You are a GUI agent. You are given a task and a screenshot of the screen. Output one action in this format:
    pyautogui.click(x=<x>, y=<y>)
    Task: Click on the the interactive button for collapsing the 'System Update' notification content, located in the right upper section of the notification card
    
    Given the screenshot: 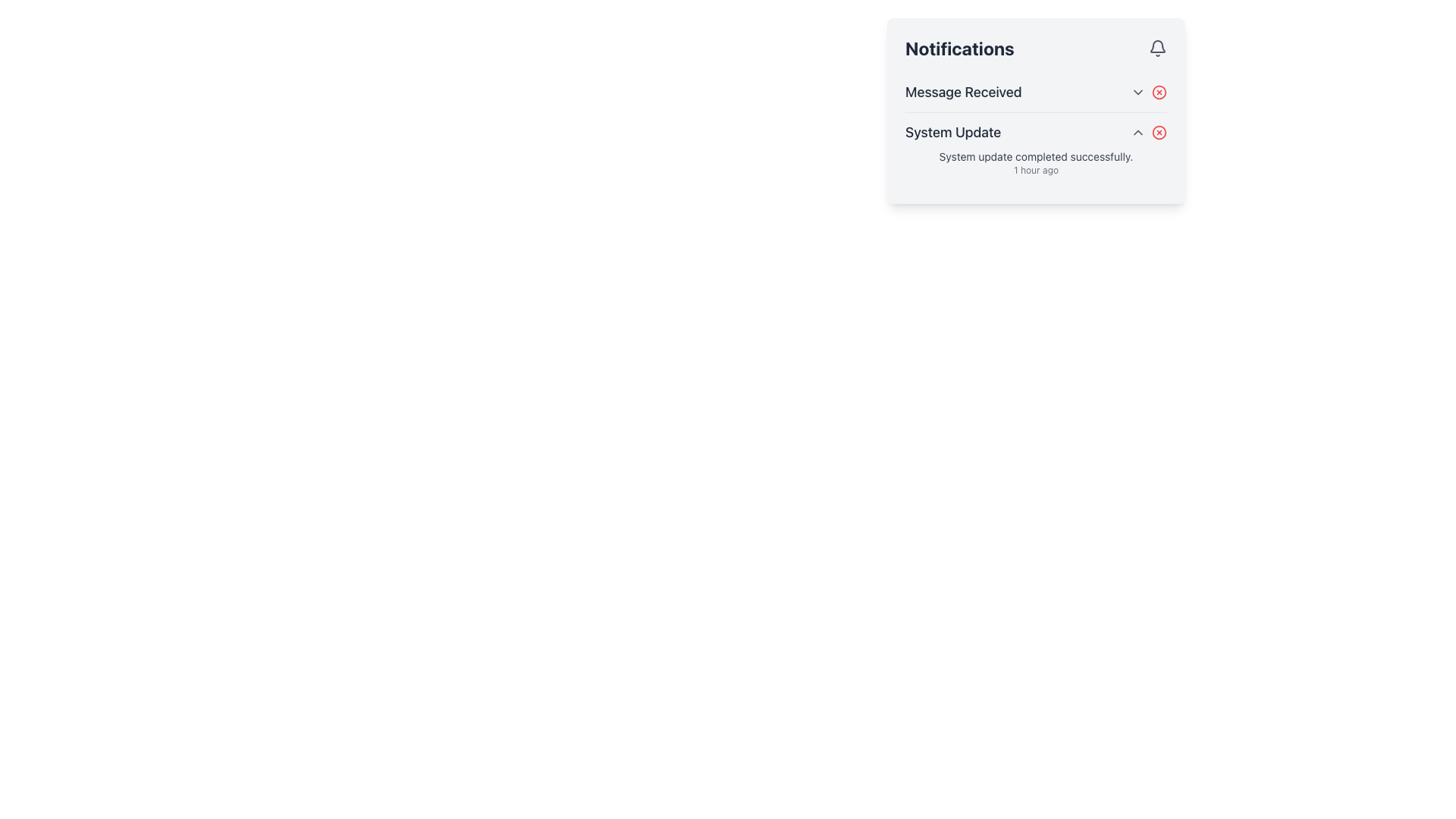 What is the action you would take?
    pyautogui.click(x=1138, y=131)
    